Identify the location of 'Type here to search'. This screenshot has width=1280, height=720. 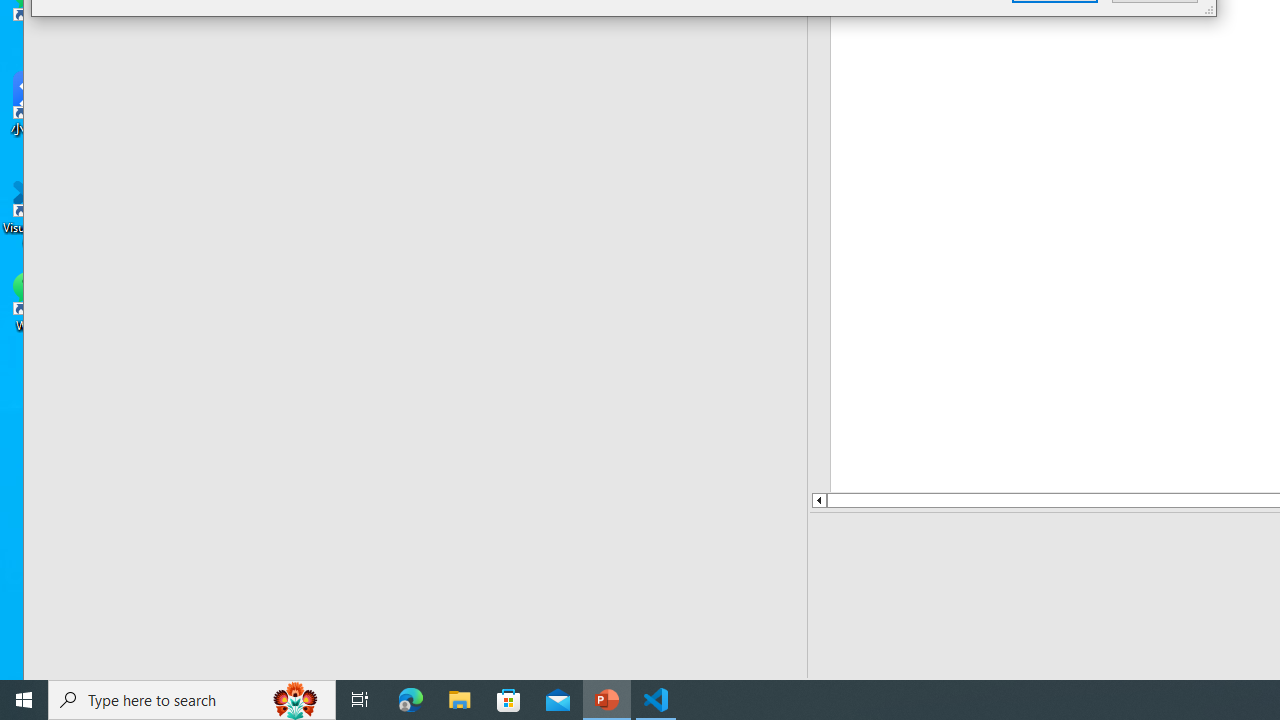
(192, 698).